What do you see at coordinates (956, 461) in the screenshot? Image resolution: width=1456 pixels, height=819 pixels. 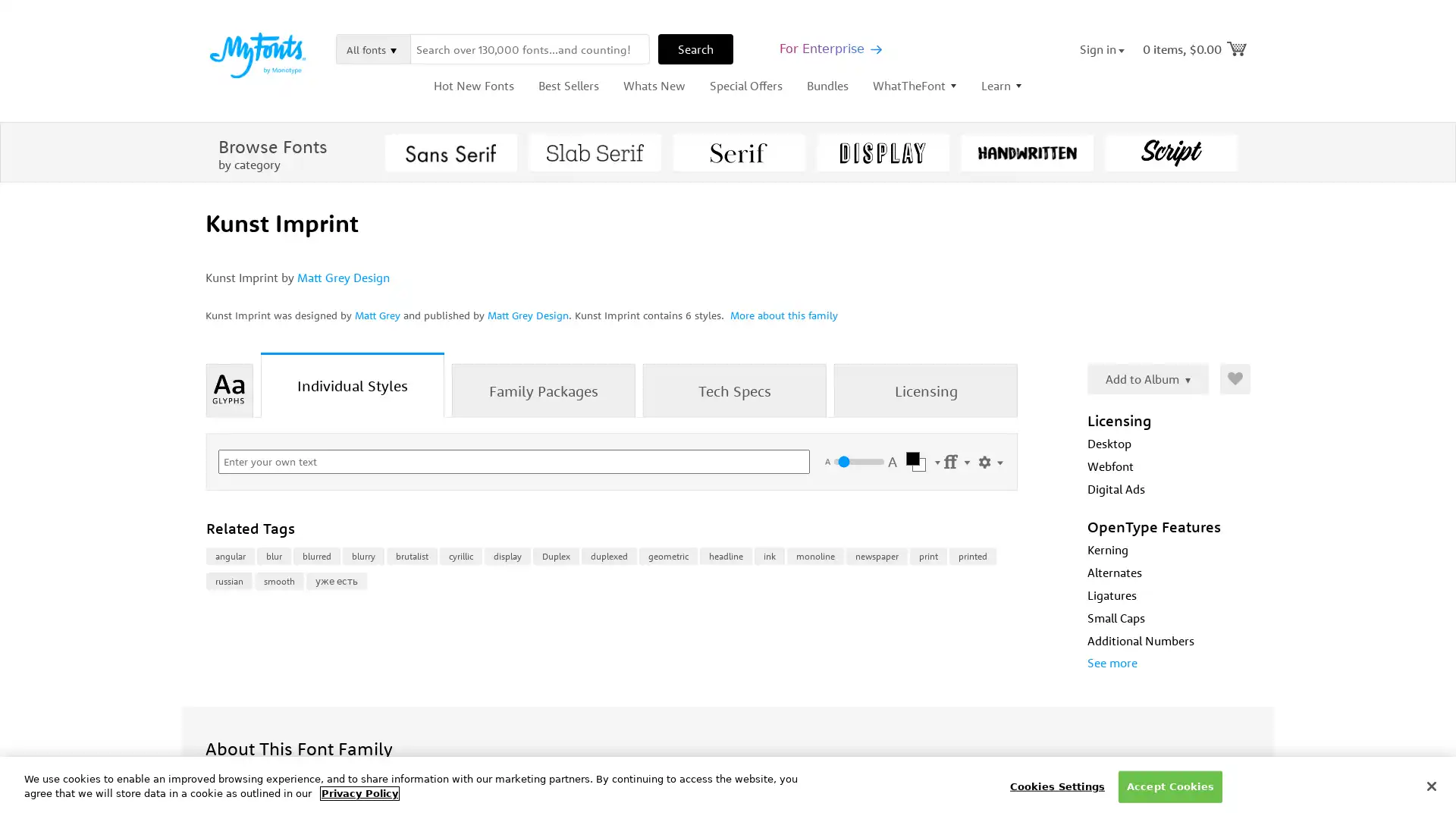 I see `Settings Menu` at bounding box center [956, 461].